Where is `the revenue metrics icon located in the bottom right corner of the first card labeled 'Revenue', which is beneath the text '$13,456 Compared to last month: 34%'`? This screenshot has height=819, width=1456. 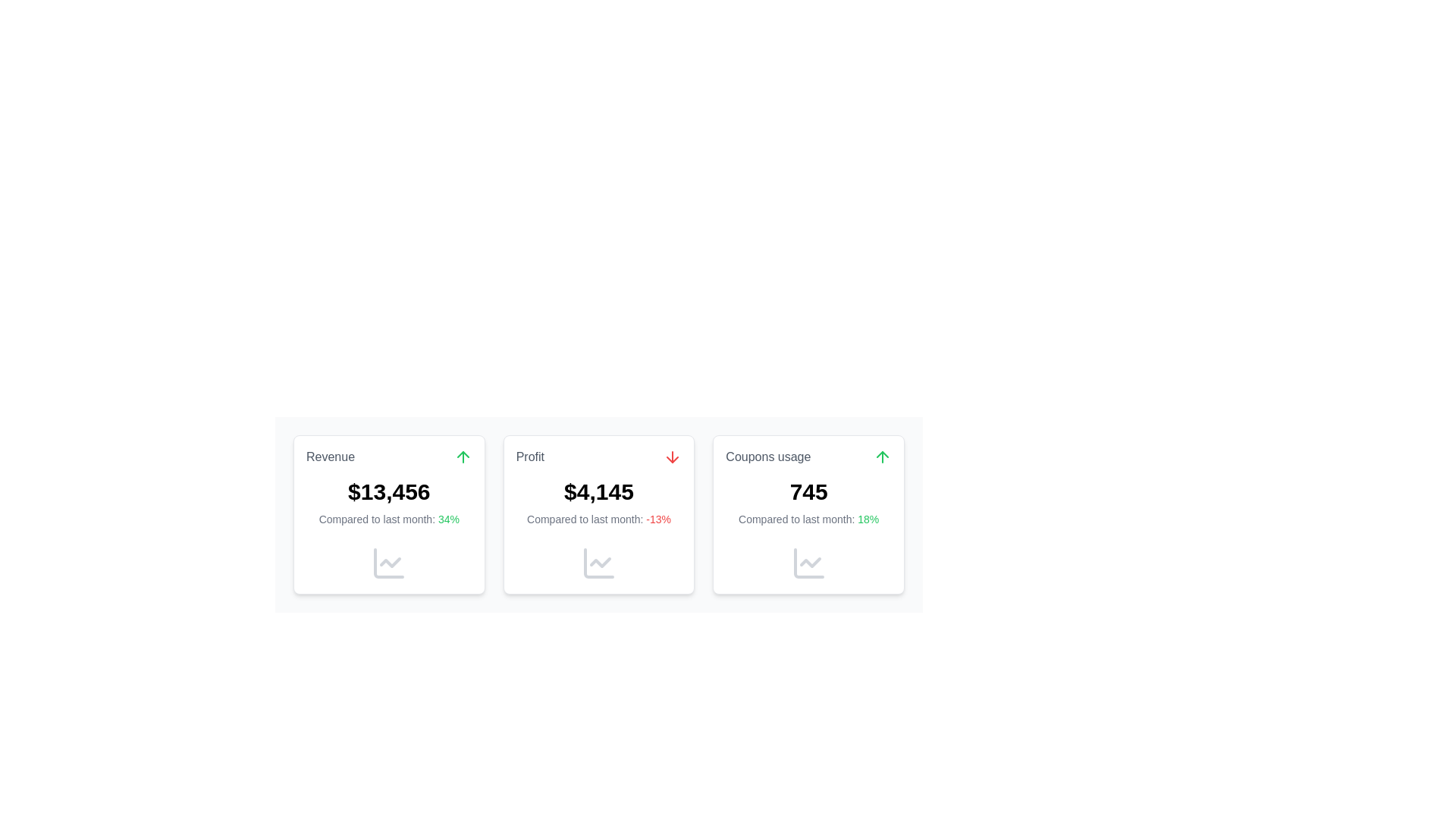 the revenue metrics icon located in the bottom right corner of the first card labeled 'Revenue', which is beneath the text '$13,456 Compared to last month: 34%' is located at coordinates (389, 563).